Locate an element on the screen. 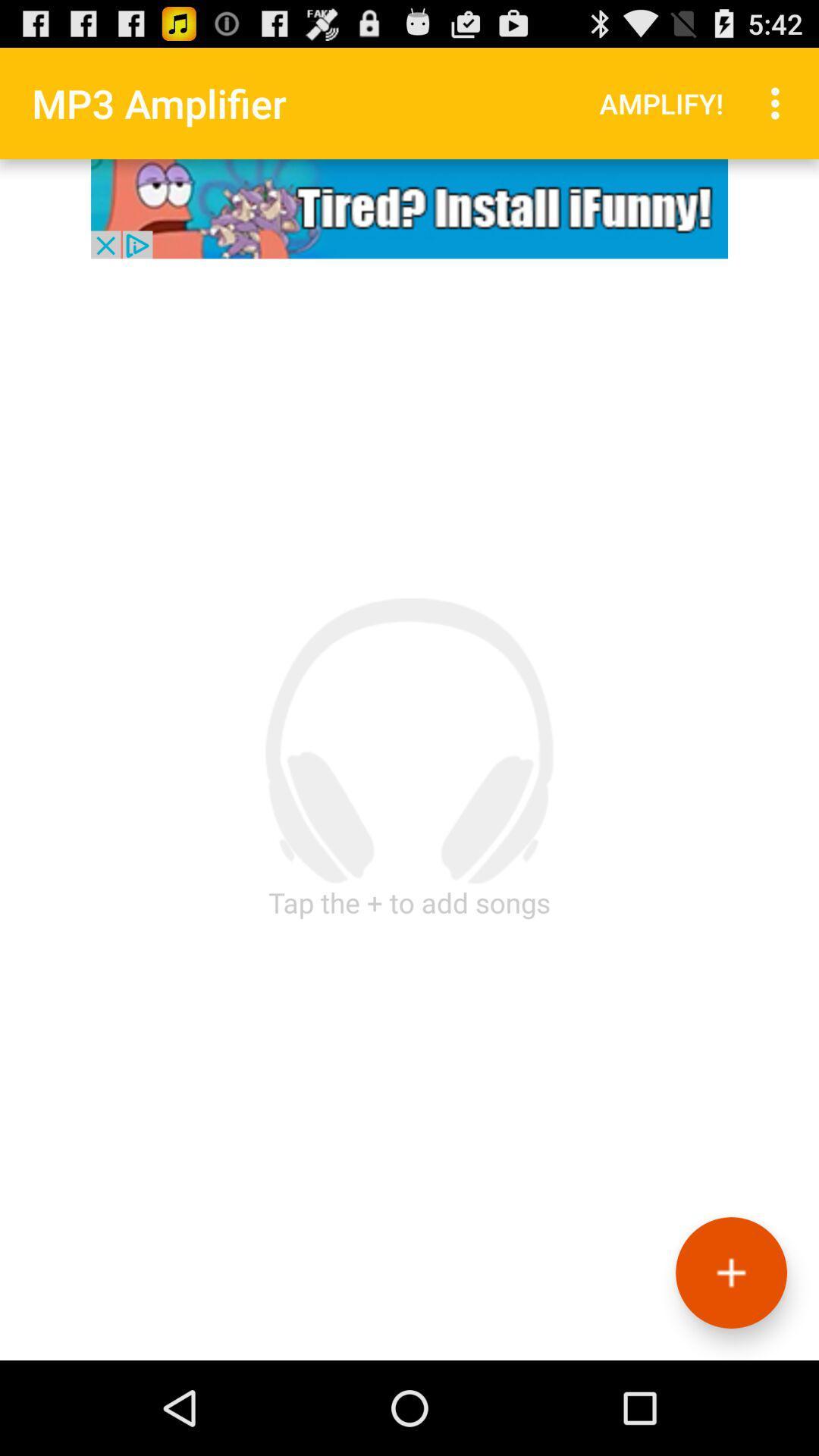 The image size is (819, 1456). the add icon is located at coordinates (730, 1362).